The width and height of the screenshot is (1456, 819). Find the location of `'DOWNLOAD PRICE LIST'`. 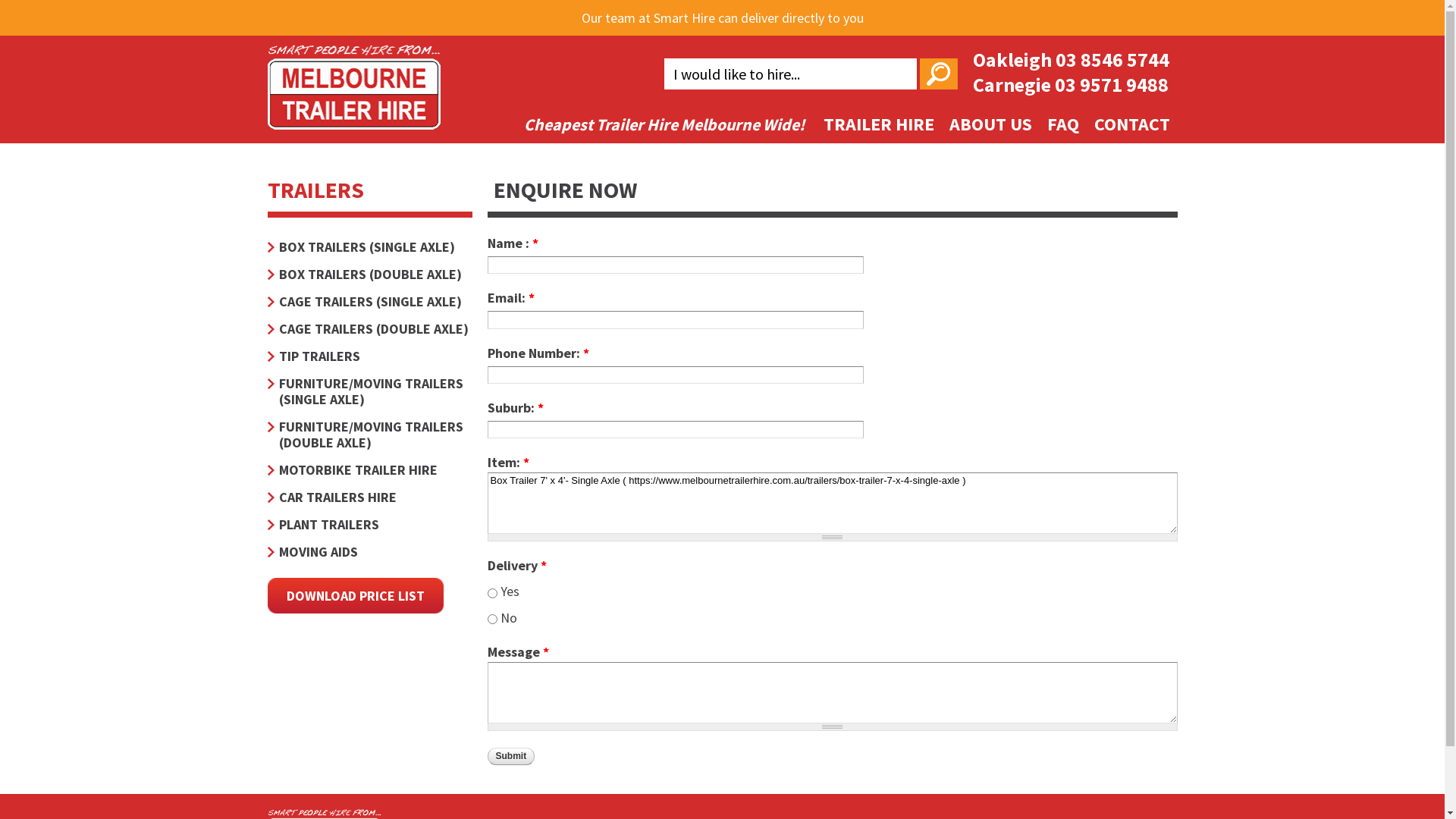

'DOWNLOAD PRICE LIST' is located at coordinates (353, 595).